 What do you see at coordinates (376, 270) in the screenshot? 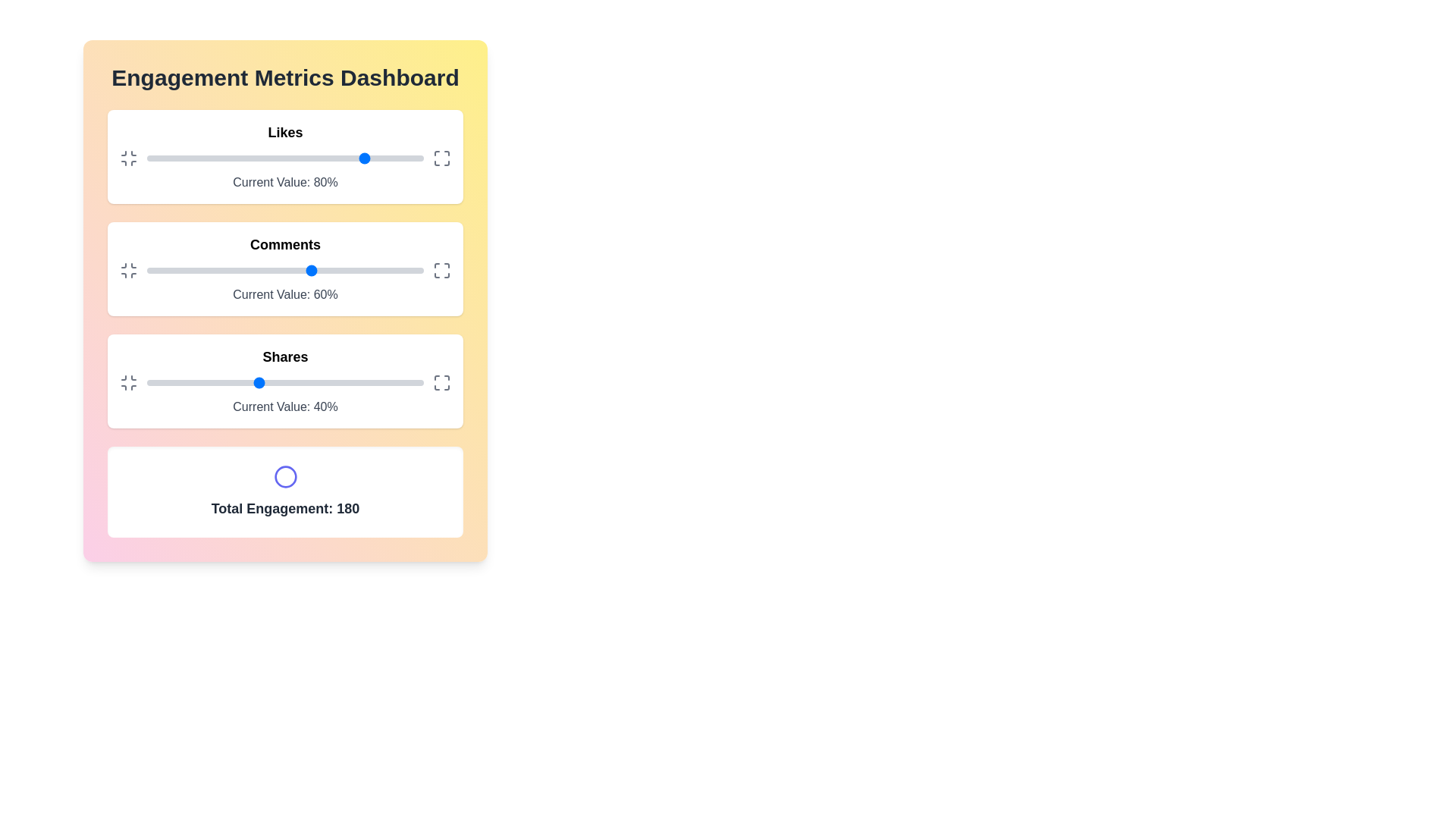
I see `comments` at bounding box center [376, 270].